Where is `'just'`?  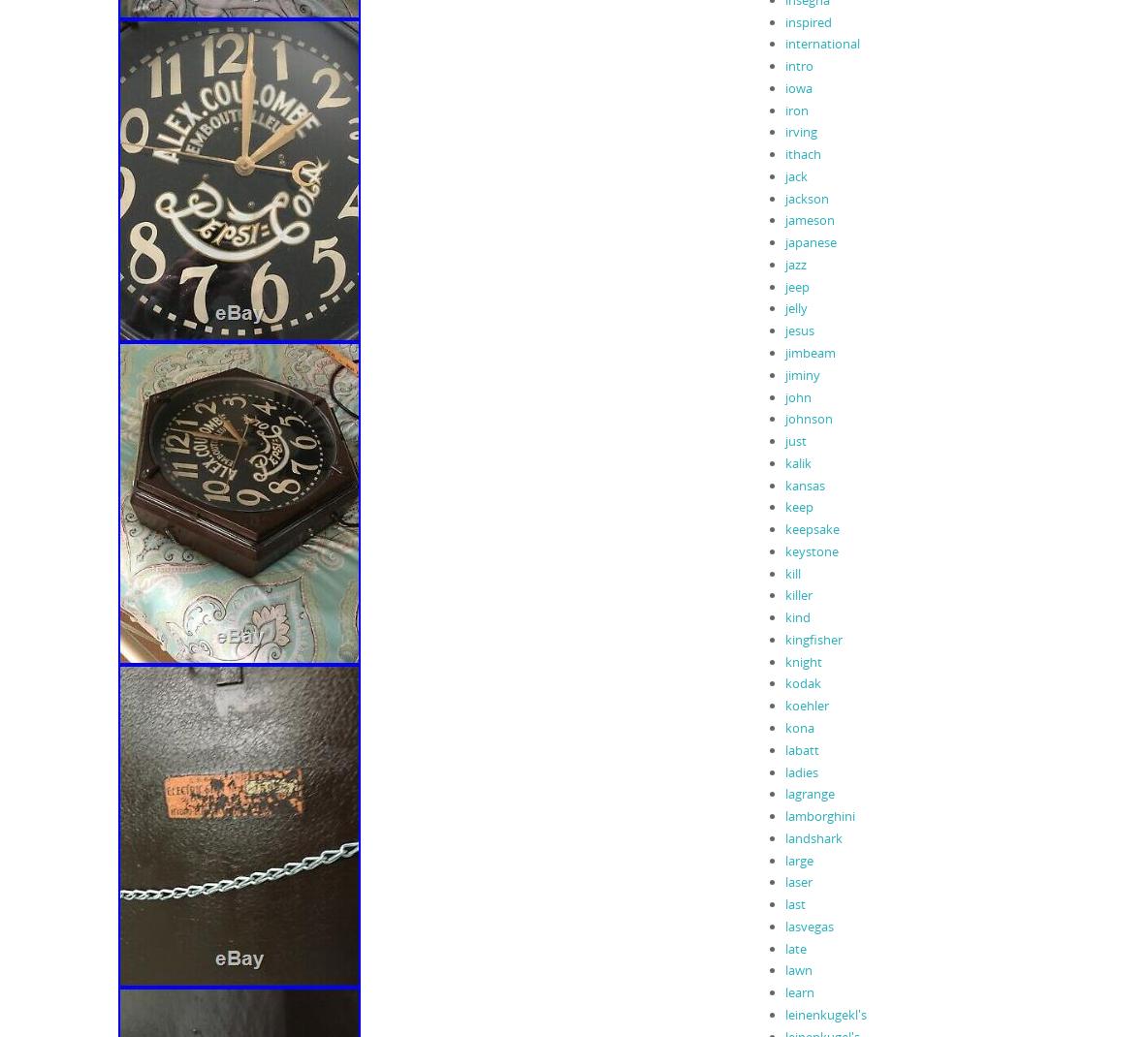 'just' is located at coordinates (795, 440).